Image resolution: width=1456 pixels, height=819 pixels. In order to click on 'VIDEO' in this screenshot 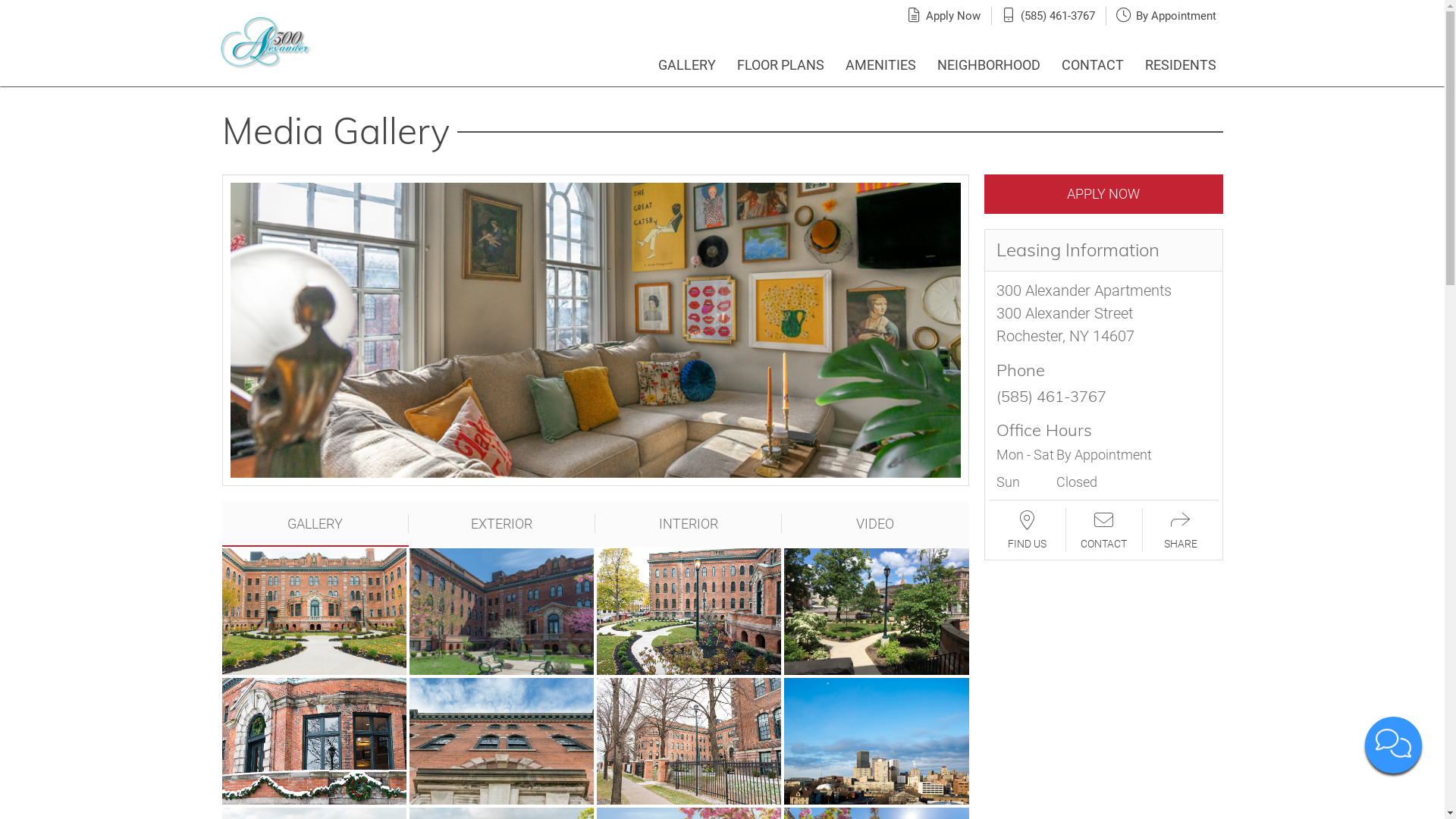, I will do `click(874, 522)`.